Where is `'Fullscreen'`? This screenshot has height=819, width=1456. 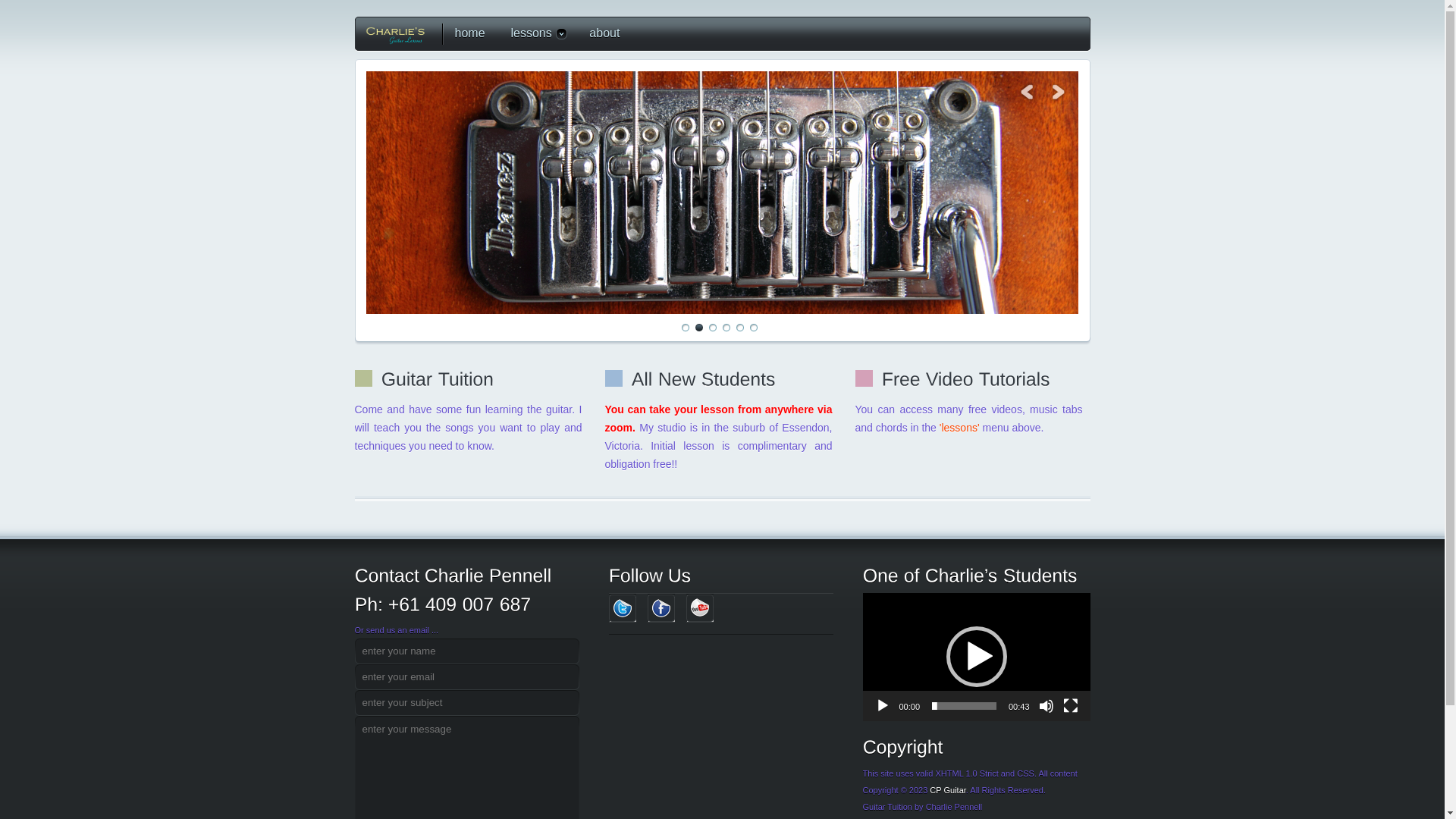
'Fullscreen' is located at coordinates (1069, 705).